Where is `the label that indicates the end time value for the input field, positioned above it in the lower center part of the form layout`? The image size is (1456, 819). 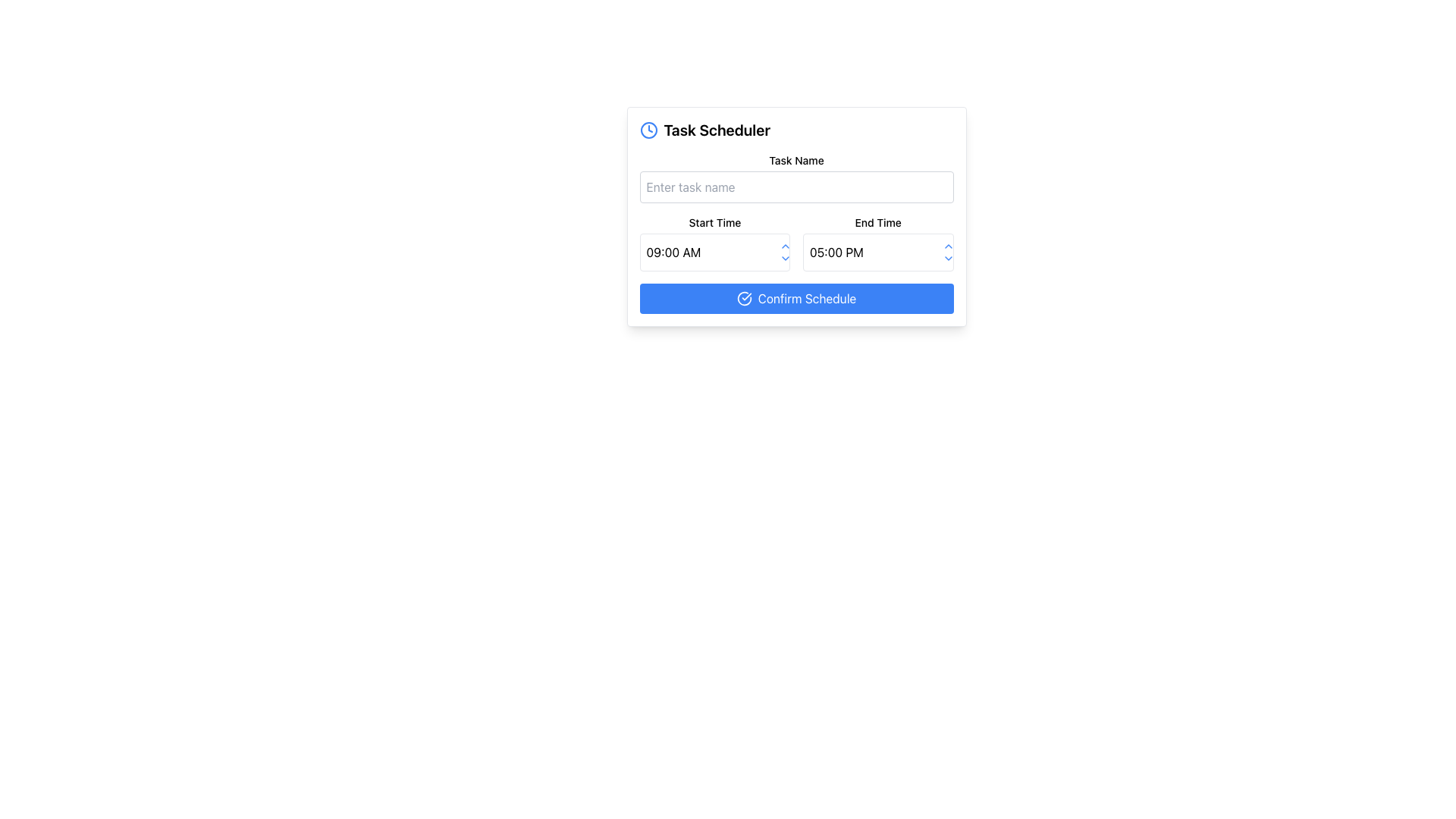
the label that indicates the end time value for the input field, positioned above it in the lower center part of the form layout is located at coordinates (878, 222).